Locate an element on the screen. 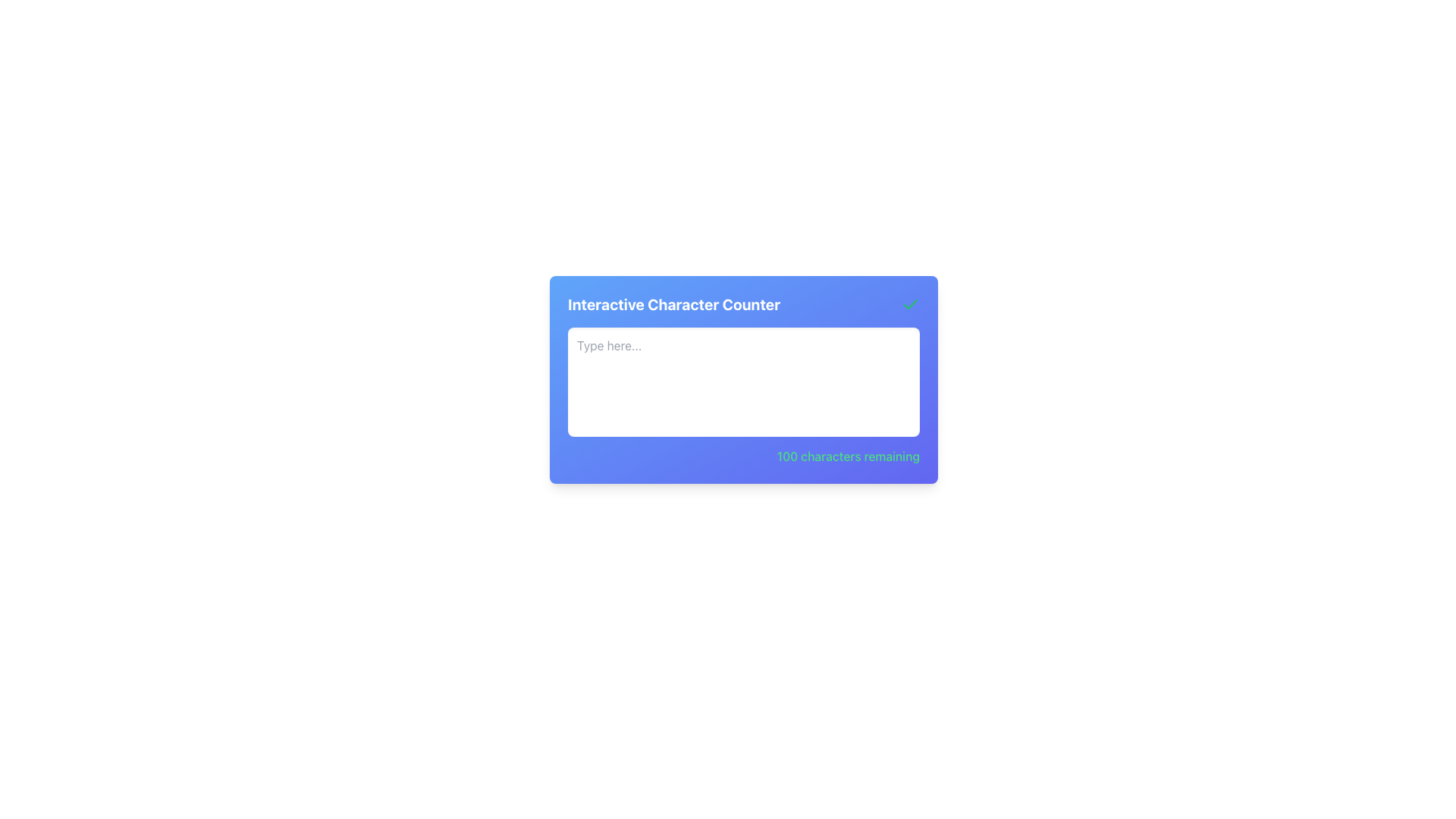  to select text in the multiline textarea with rounded corners, styled with a white background and light gray placeholder text 'Type here...' is located at coordinates (743, 381).